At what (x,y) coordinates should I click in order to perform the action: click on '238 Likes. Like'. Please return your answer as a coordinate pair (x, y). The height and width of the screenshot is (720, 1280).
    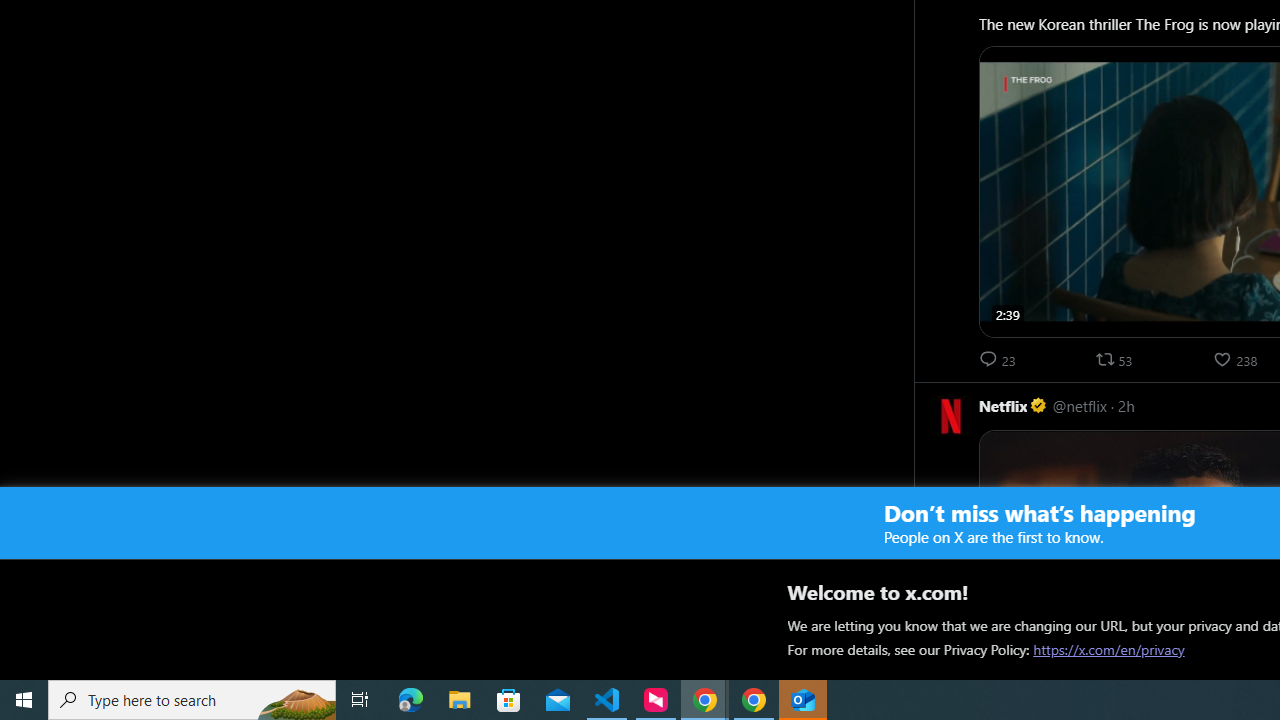
    Looking at the image, I should click on (1236, 358).